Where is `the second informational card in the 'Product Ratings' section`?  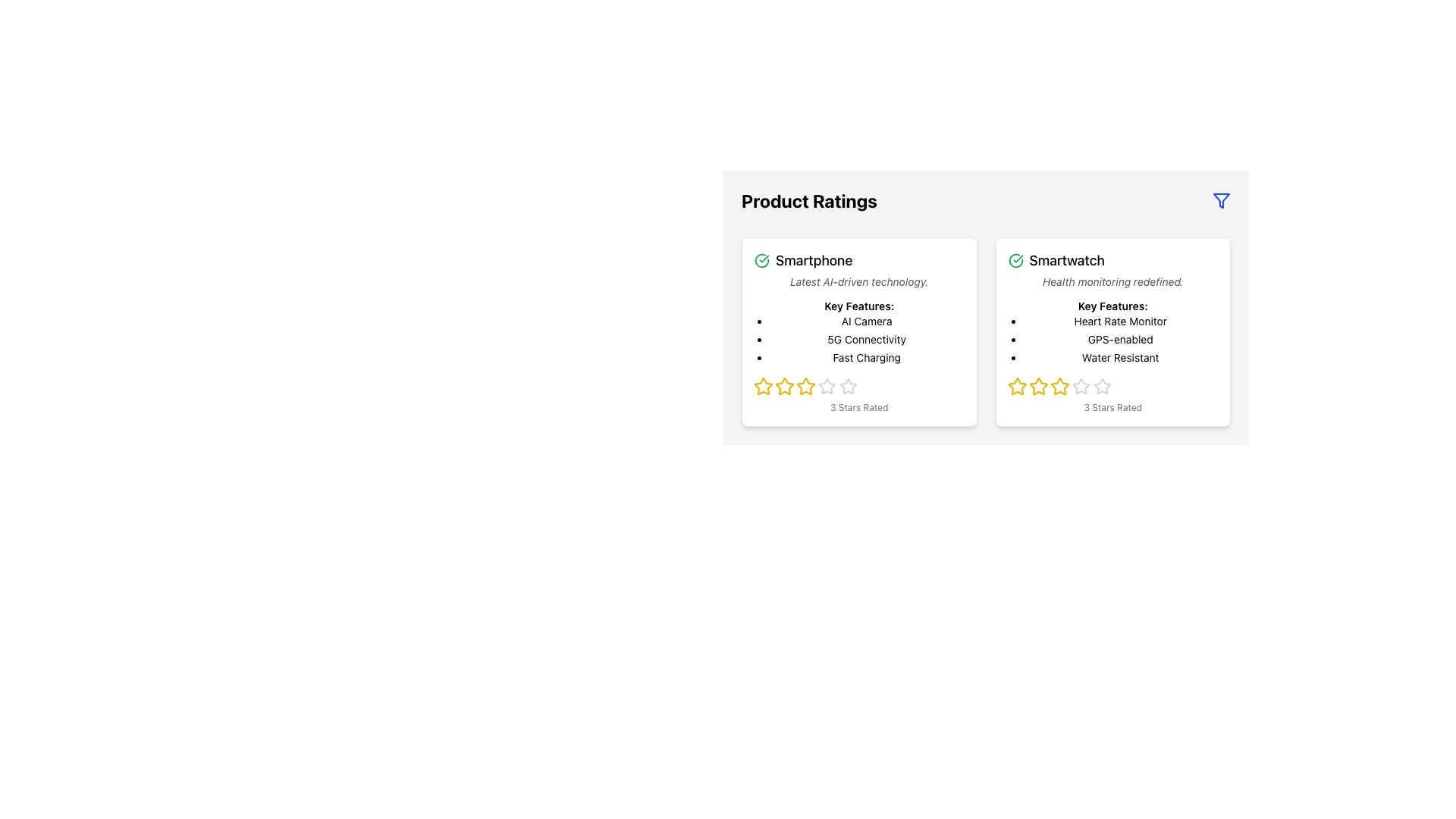
the second informational card in the 'Product Ratings' section is located at coordinates (1112, 331).